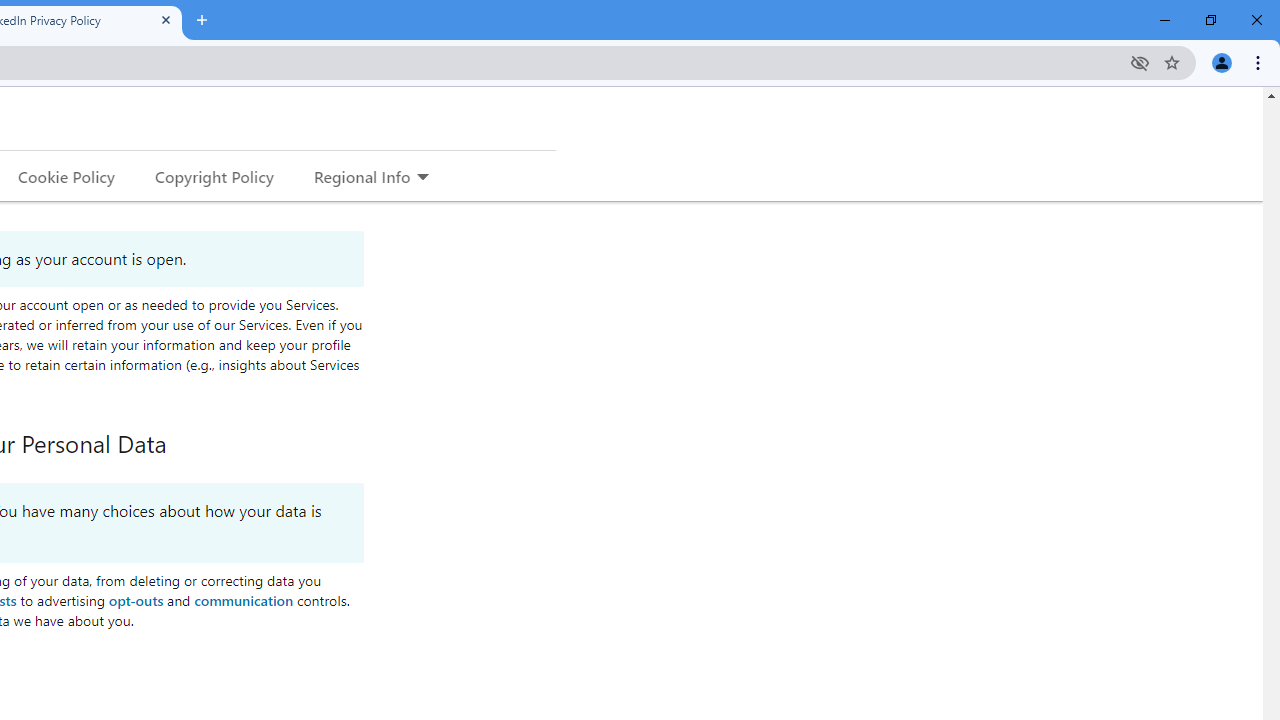 This screenshot has height=720, width=1280. Describe the element at coordinates (134, 598) in the screenshot. I see `'opt-outs'` at that location.